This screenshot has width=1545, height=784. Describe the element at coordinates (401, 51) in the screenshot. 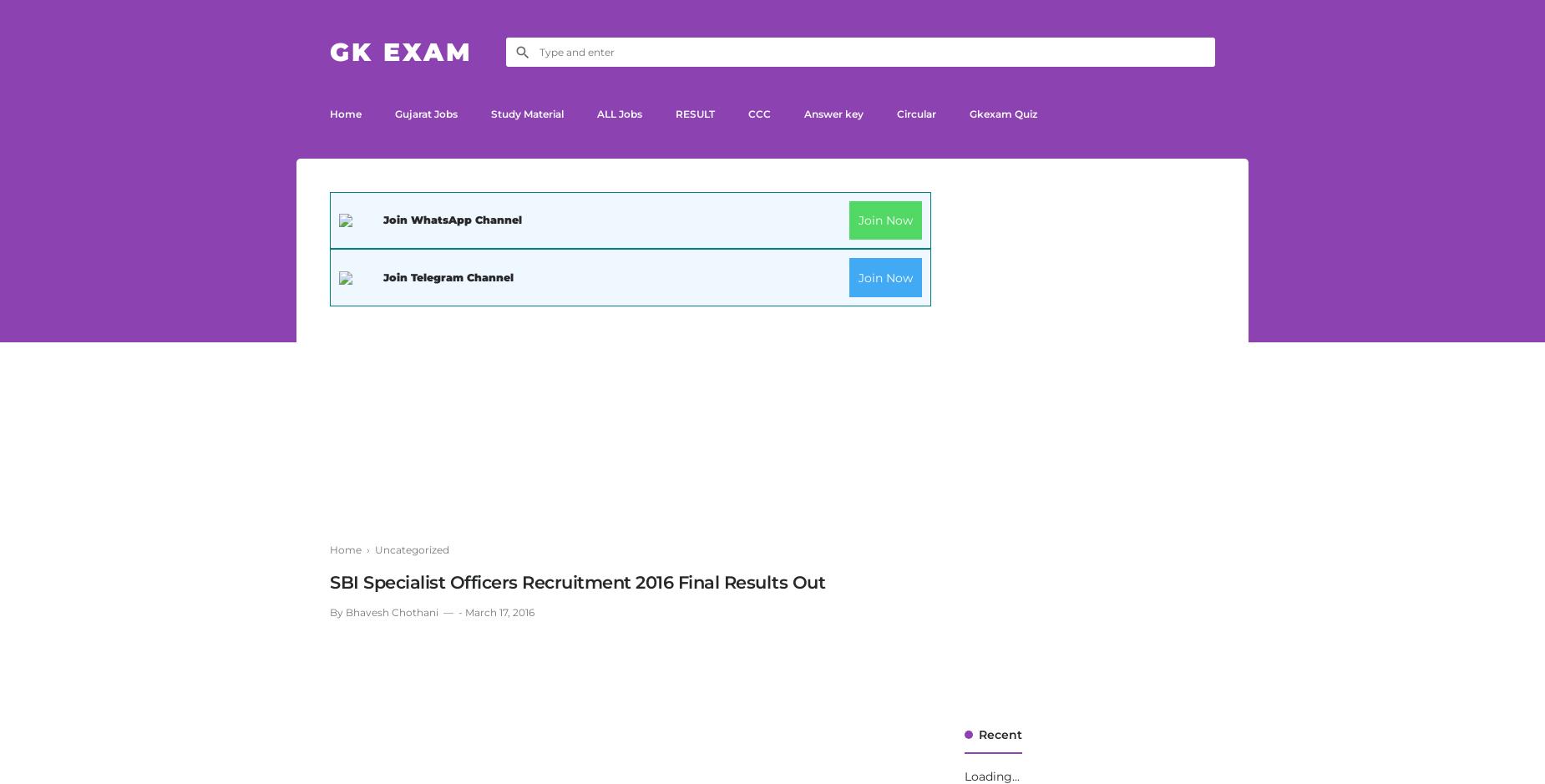

I see `'GK Exam'` at that location.